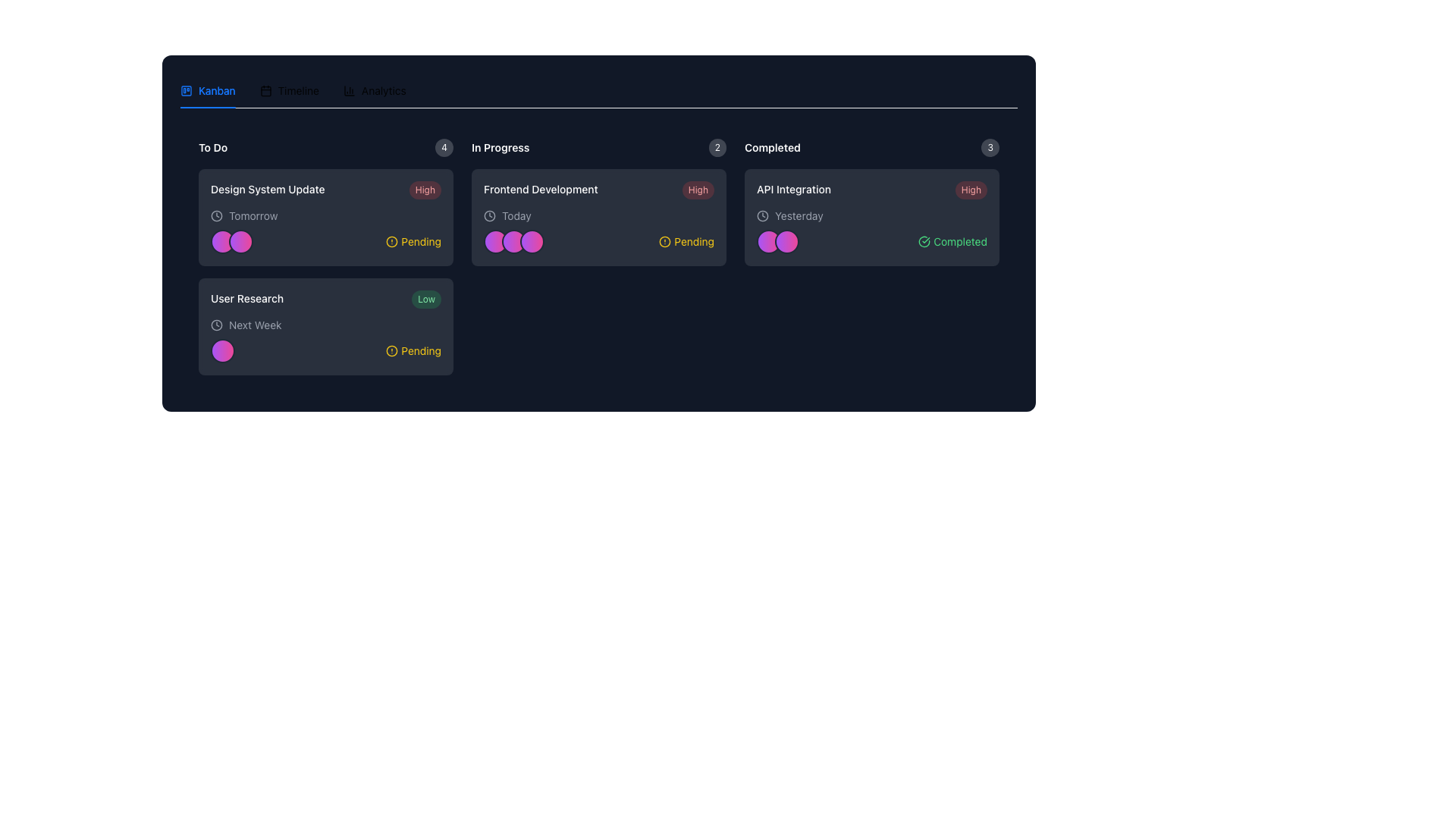 The image size is (1456, 819). Describe the element at coordinates (392, 350) in the screenshot. I see `the circular shape inside the vector graphic icon that indicates status or alert, located in the 'To Do' column under the 'User Research' task` at that location.